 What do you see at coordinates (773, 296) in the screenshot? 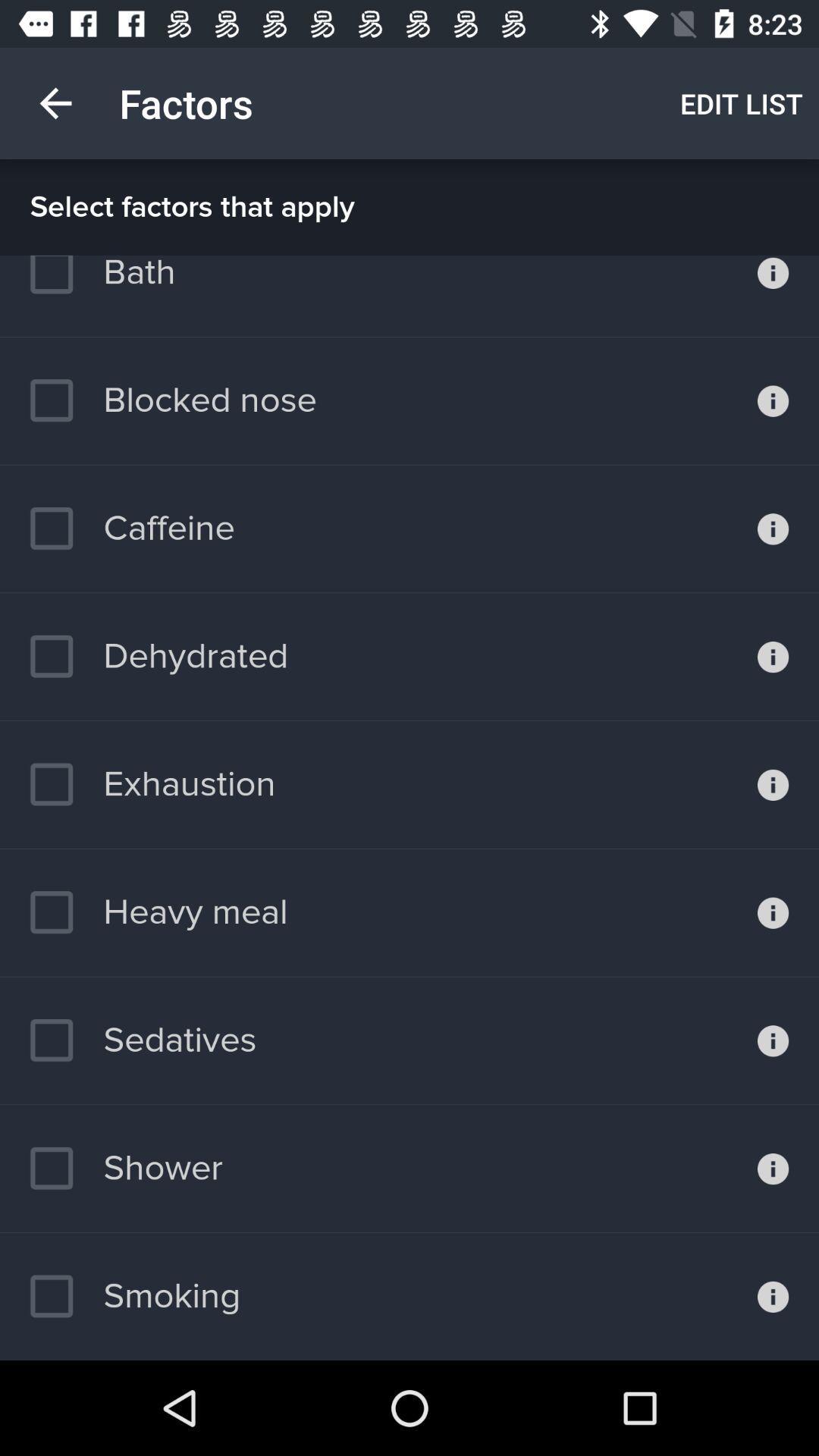
I see `more info` at bounding box center [773, 296].